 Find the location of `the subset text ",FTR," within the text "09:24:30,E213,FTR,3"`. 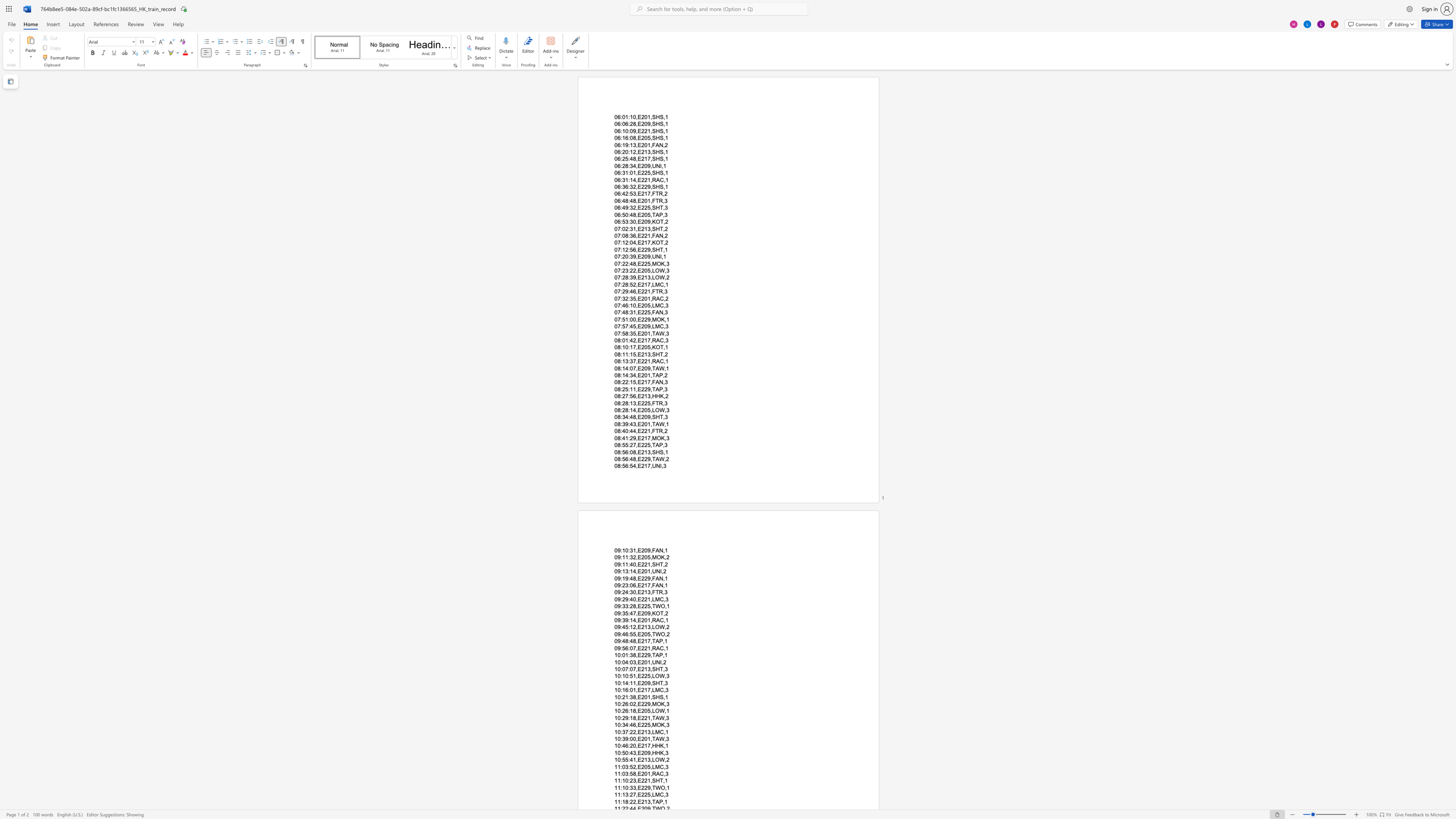

the subset text ",FTR," within the text "09:24:30,E213,FTR,3" is located at coordinates (649, 592).